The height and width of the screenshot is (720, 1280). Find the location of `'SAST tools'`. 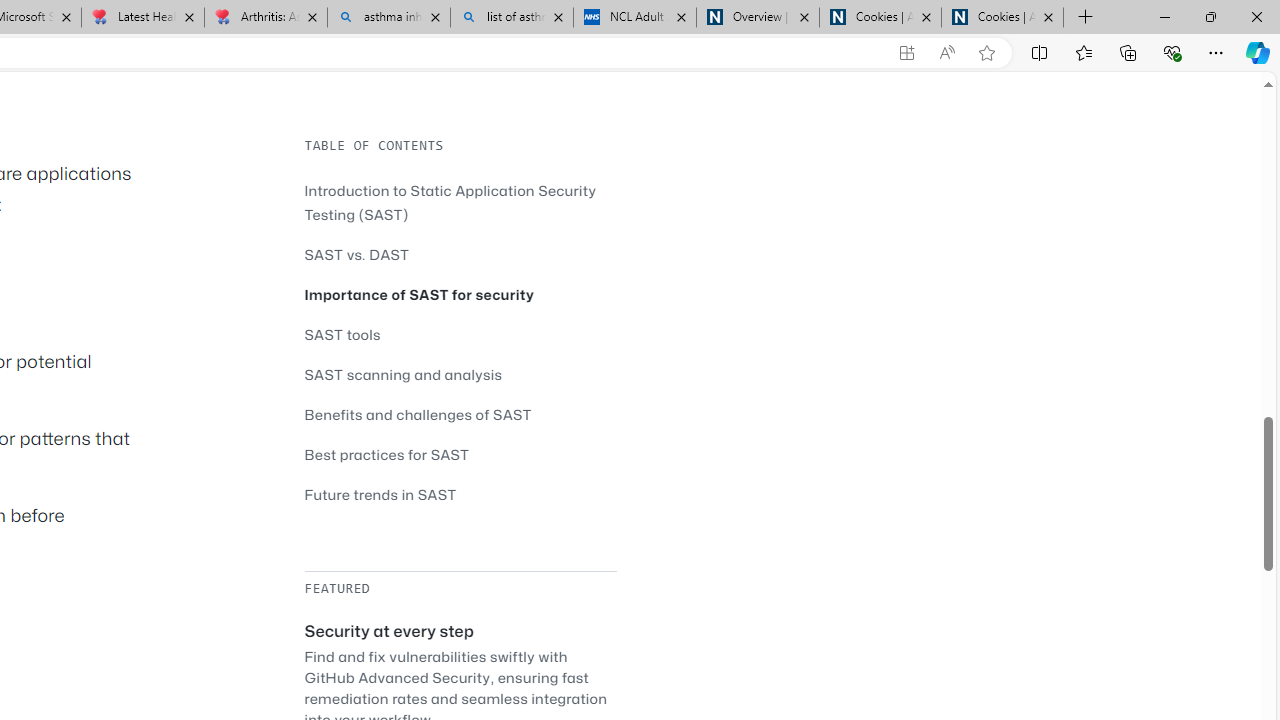

'SAST tools' is located at coordinates (459, 333).